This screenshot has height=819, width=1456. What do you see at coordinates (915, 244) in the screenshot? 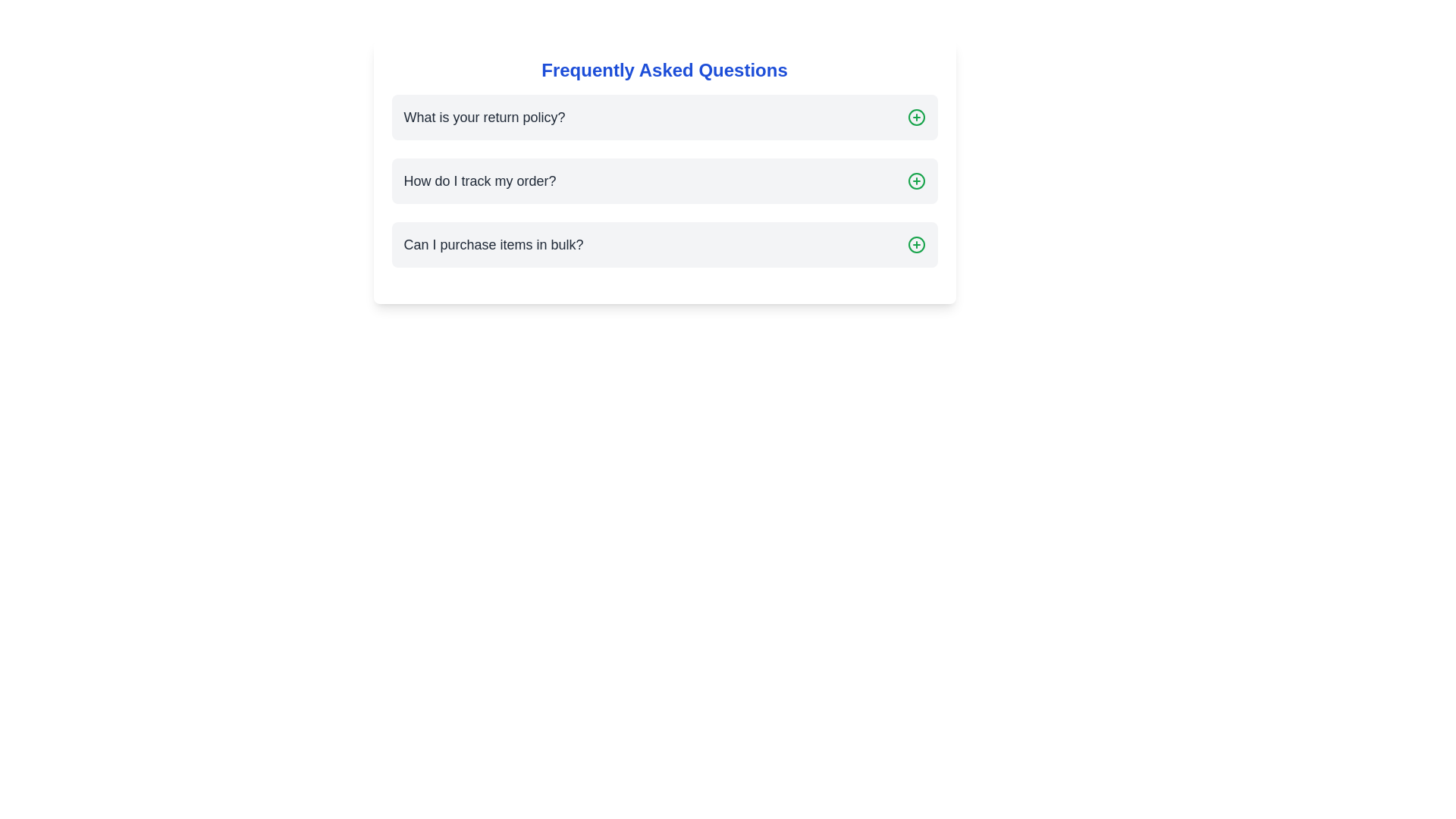
I see `the circular outline within the green plus sign icon at the right end of the 'Can I purchase items in bulk?' question in the FAQ section` at bounding box center [915, 244].